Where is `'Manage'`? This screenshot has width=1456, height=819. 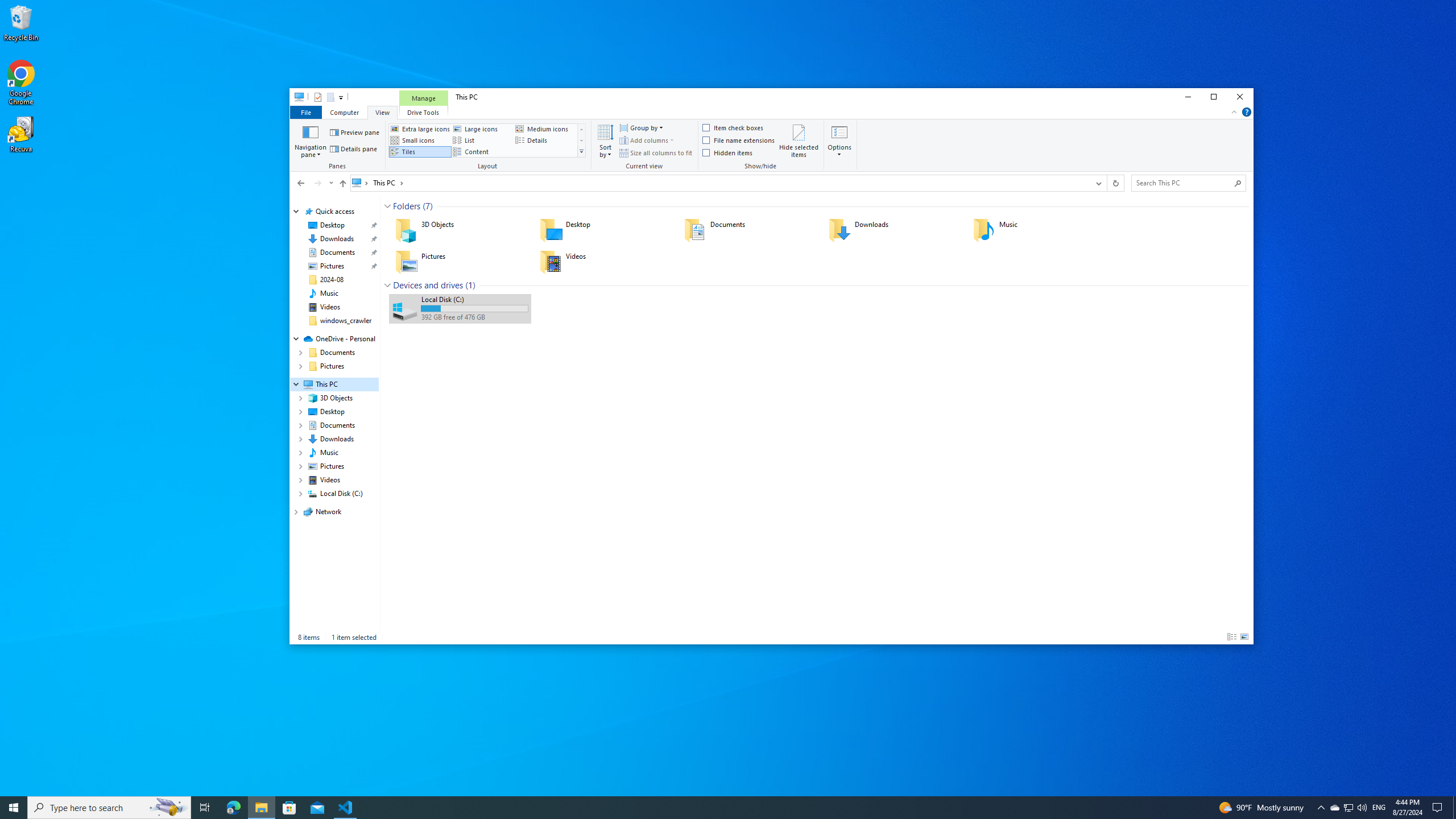
'Manage' is located at coordinates (423, 98).